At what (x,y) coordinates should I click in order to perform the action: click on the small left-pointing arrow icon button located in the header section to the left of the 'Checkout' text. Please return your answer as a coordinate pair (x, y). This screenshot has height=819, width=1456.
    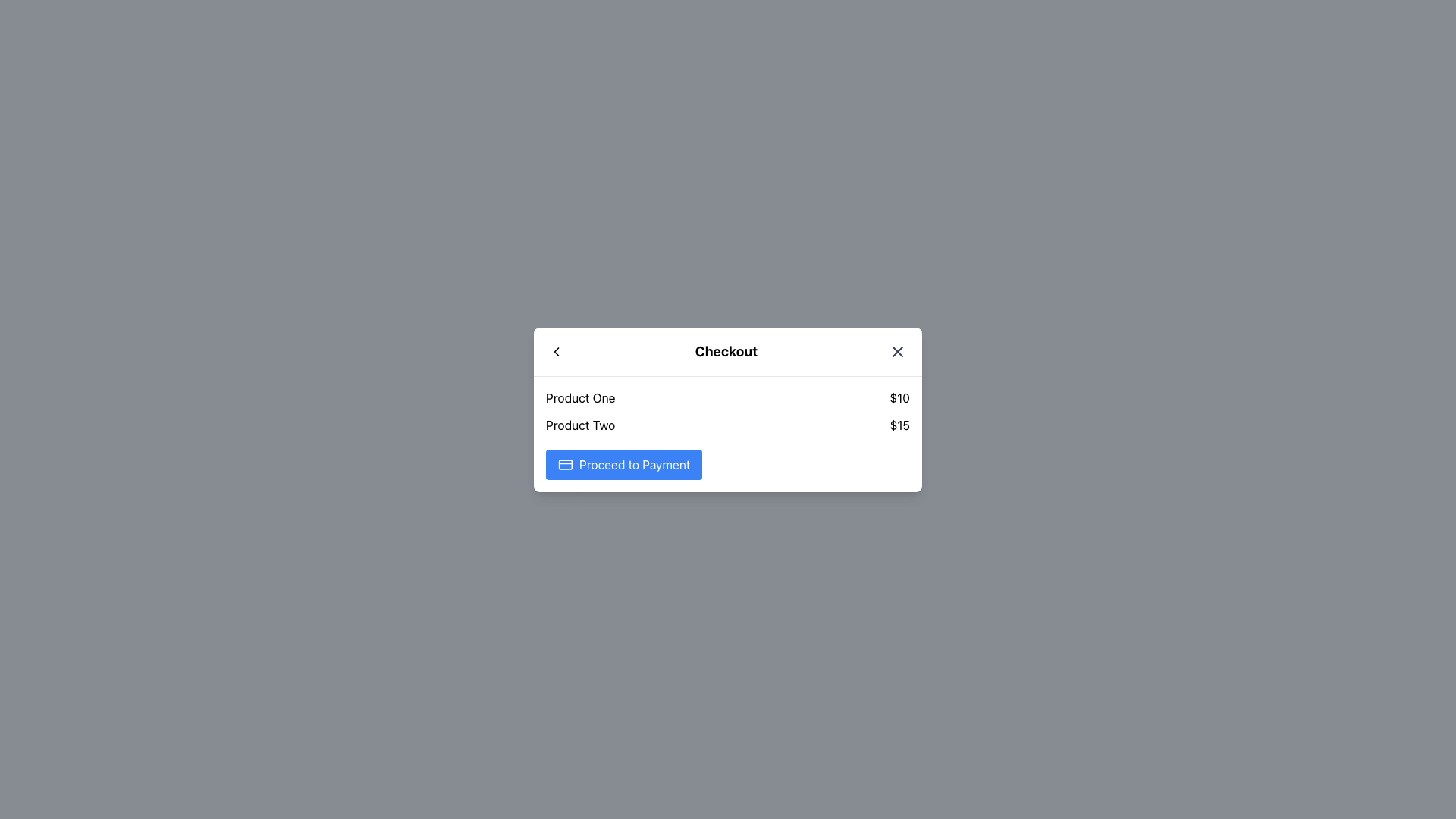
    Looking at the image, I should click on (556, 350).